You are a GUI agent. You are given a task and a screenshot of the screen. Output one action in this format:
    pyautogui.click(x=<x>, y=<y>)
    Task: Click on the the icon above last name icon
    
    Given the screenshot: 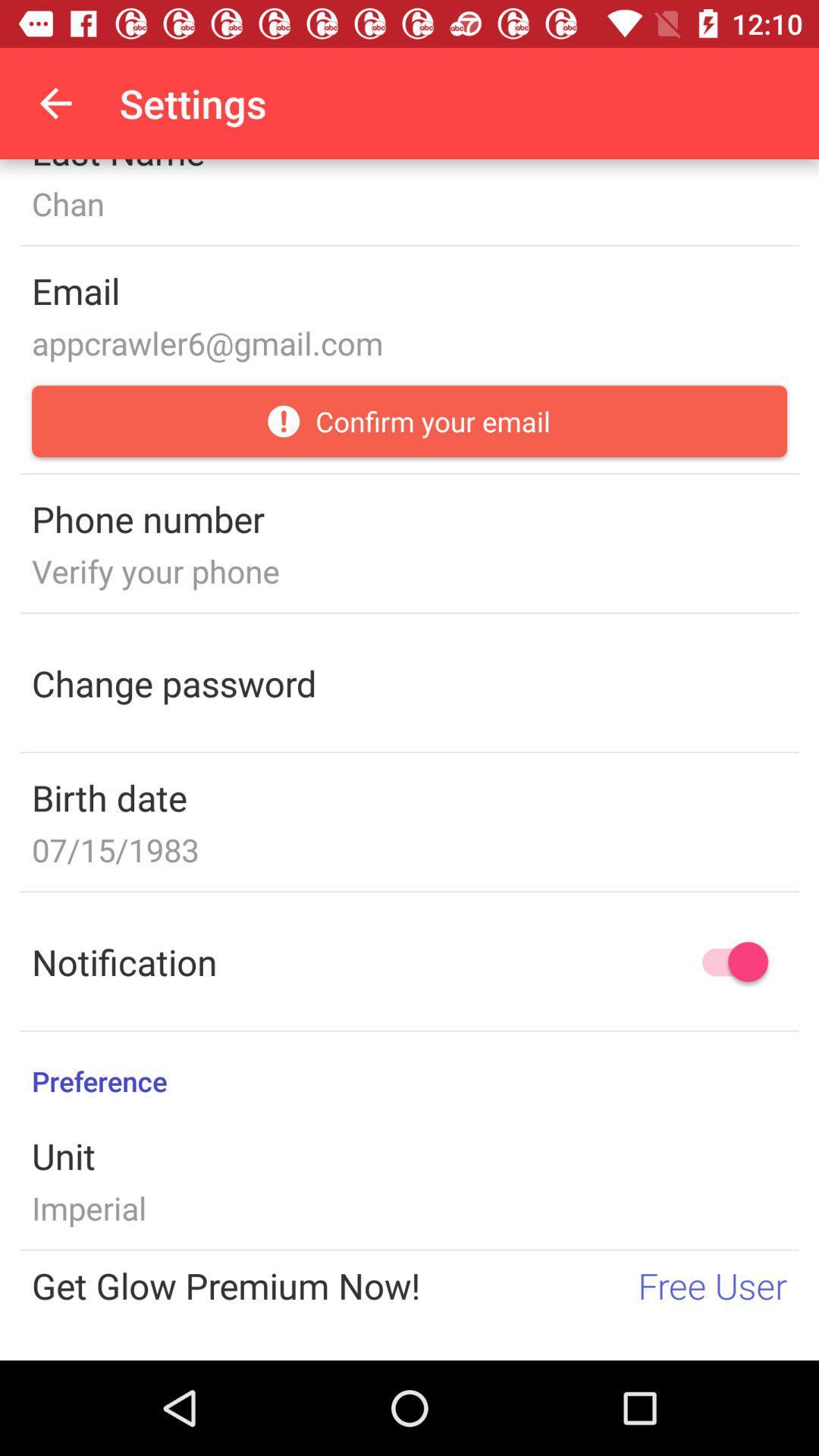 What is the action you would take?
    pyautogui.click(x=55, y=102)
    